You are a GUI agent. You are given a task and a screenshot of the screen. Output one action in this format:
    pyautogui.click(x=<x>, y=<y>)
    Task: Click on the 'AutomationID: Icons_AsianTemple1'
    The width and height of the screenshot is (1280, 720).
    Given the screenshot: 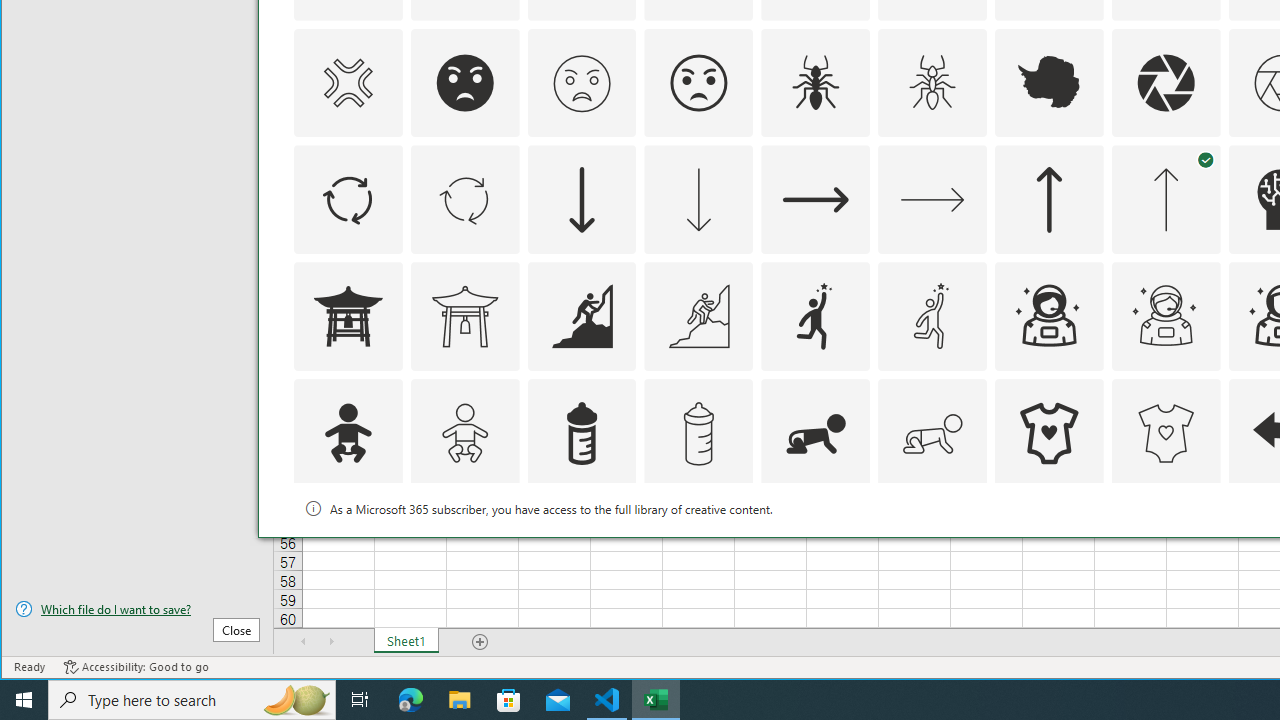 What is the action you would take?
    pyautogui.click(x=348, y=315)
    